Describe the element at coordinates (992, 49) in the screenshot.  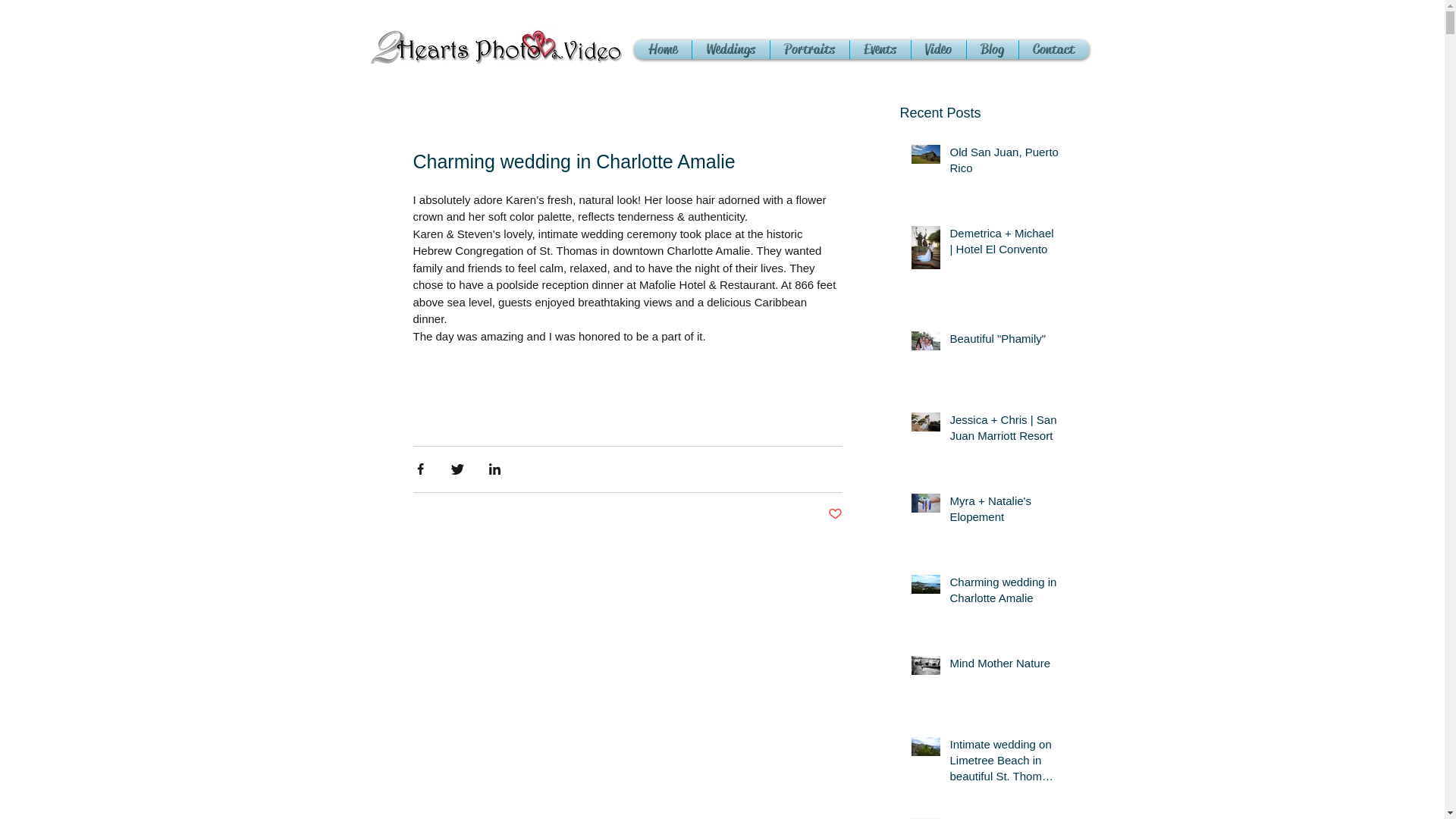
I see `'Blog'` at that location.